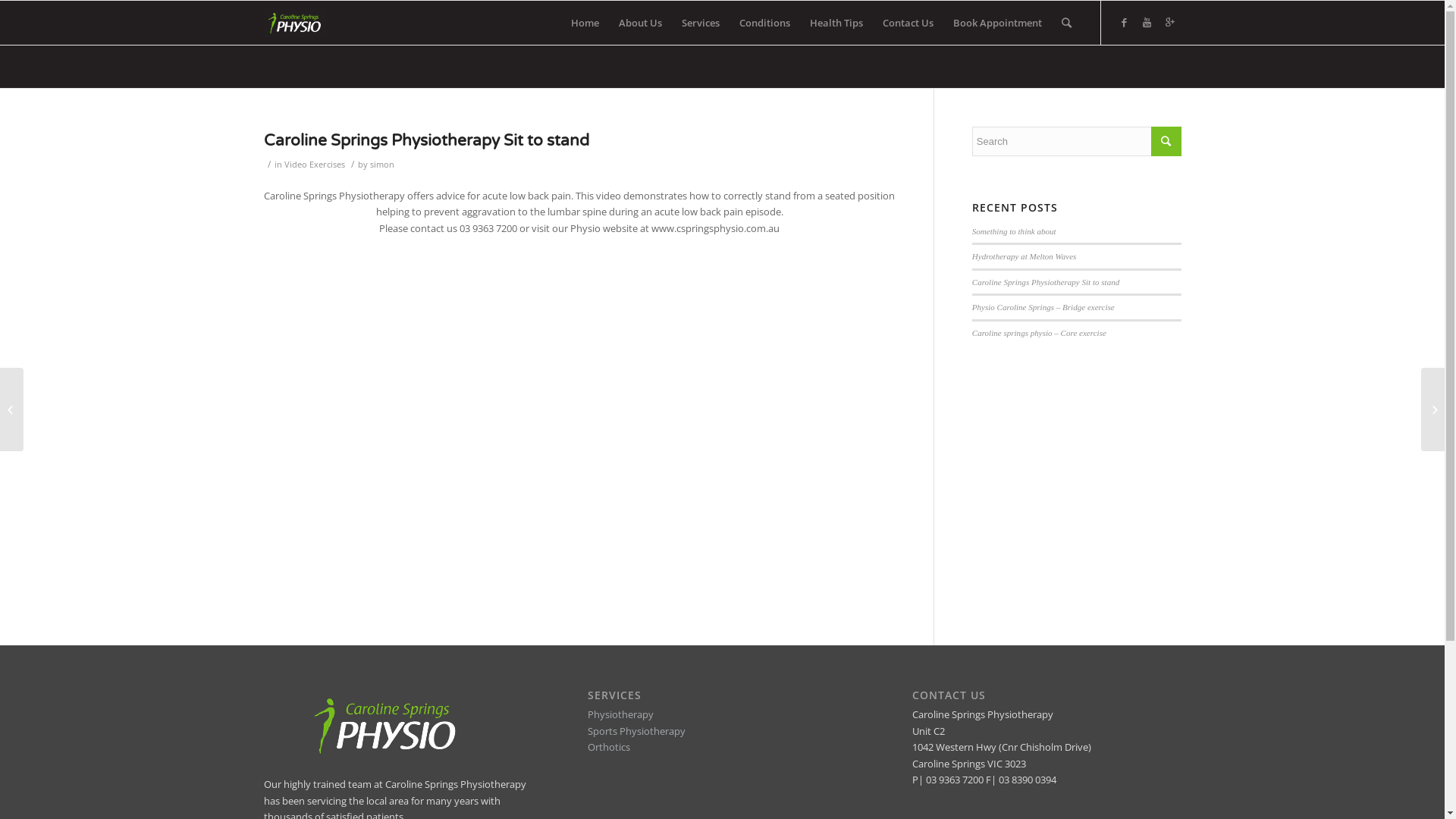  What do you see at coordinates (907, 23) in the screenshot?
I see `'Contact Us'` at bounding box center [907, 23].